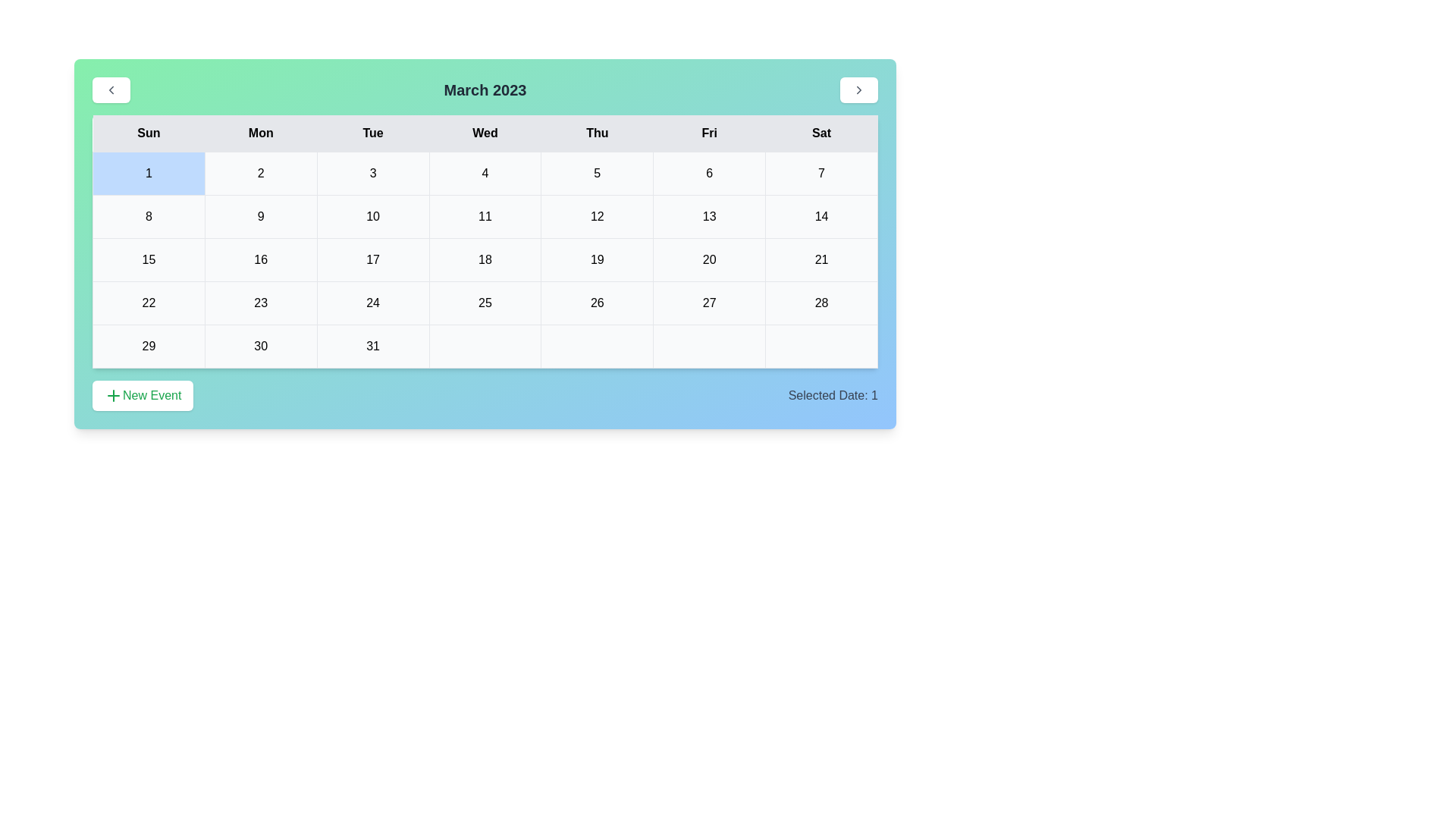  What do you see at coordinates (149, 303) in the screenshot?
I see `the cell representing the date 22 in the calendar` at bounding box center [149, 303].